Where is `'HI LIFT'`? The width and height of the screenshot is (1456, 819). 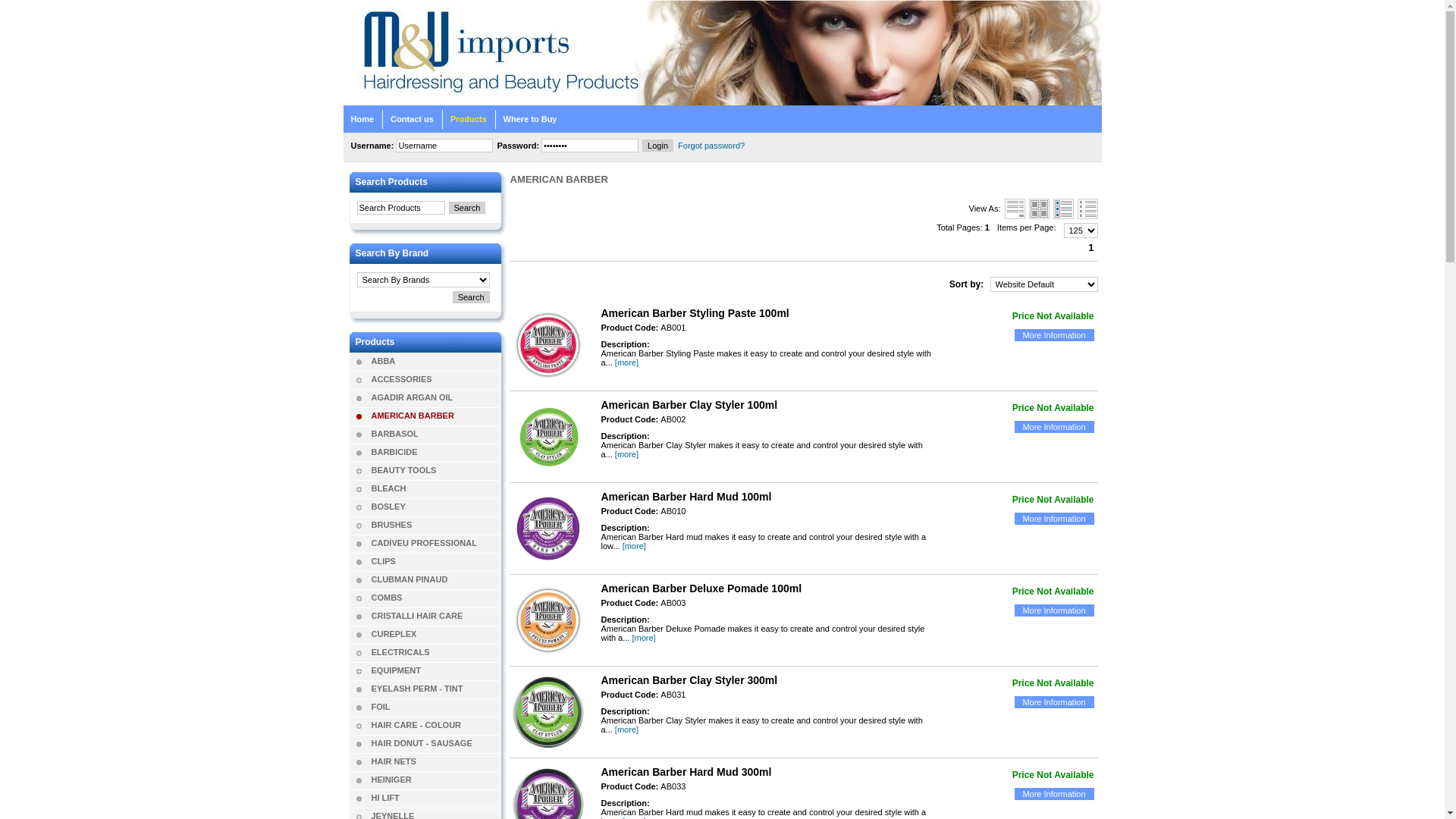
'HI LIFT' is located at coordinates (435, 797).